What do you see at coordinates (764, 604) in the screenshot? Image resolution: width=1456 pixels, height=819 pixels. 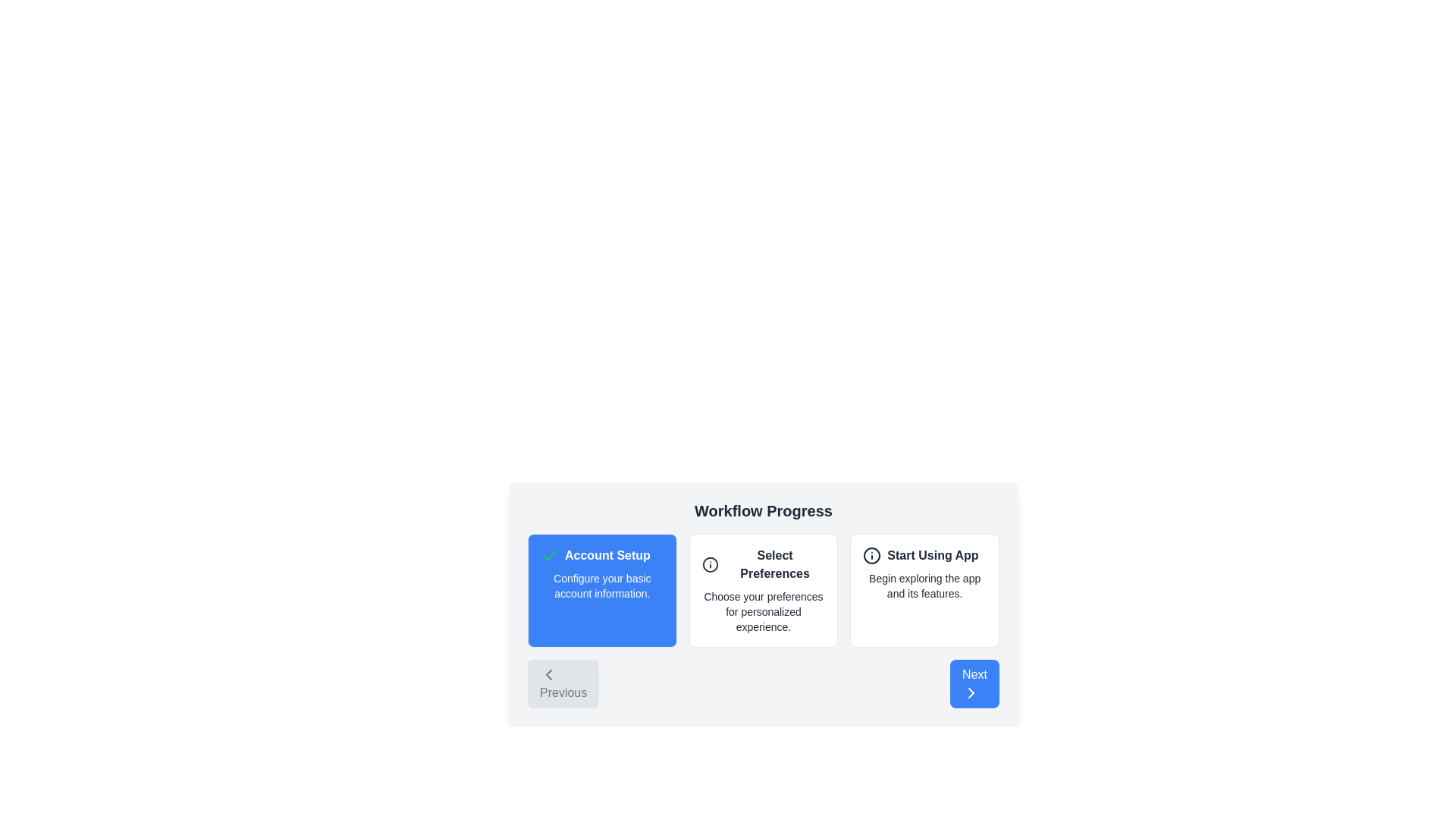 I see `the composite UI component consisting of three horizontally aligned cards in the workflow progress bar` at bounding box center [764, 604].